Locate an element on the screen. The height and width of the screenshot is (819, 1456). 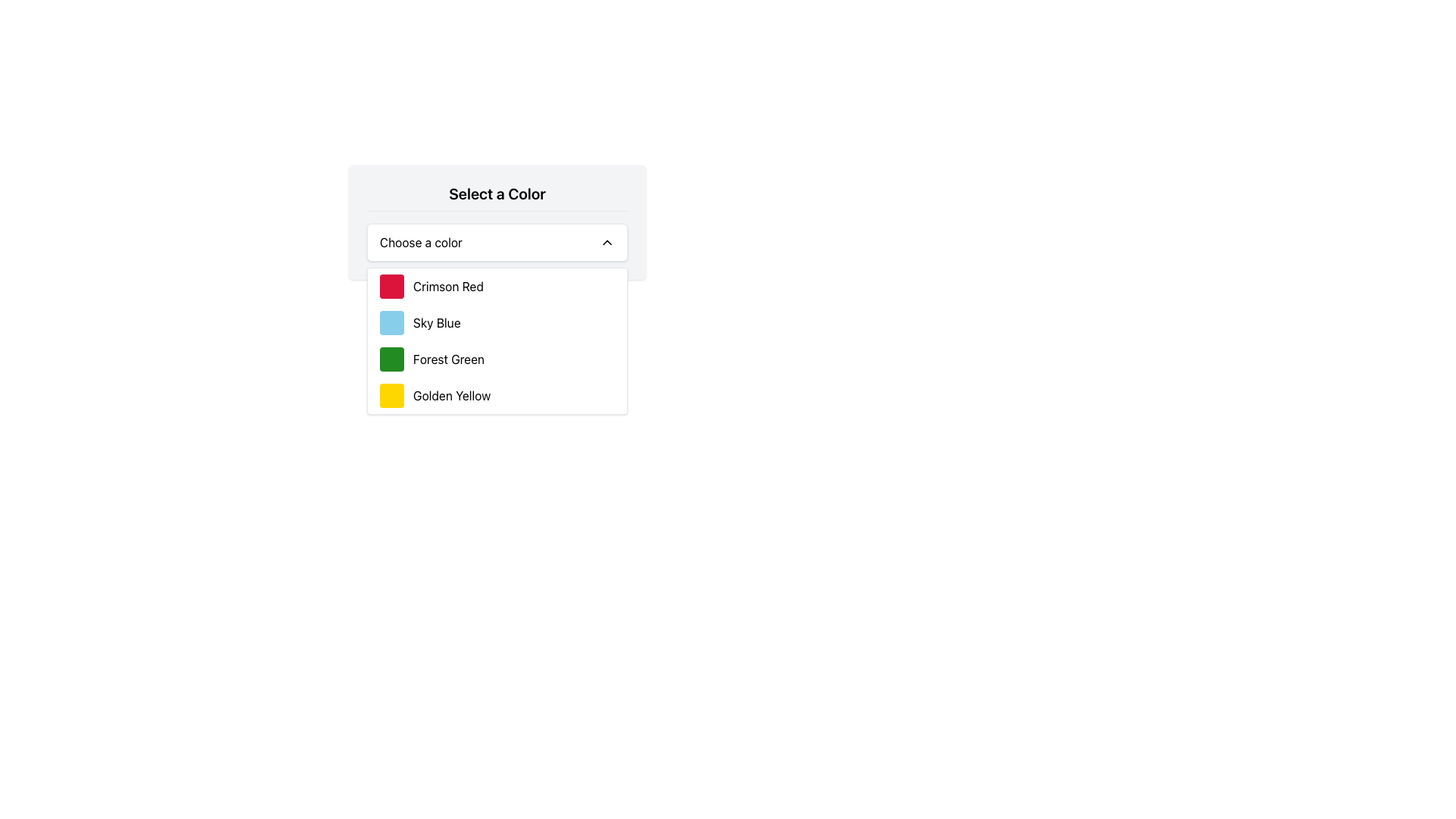
the selectable list item displaying 'Forest Green' is located at coordinates (447, 359).